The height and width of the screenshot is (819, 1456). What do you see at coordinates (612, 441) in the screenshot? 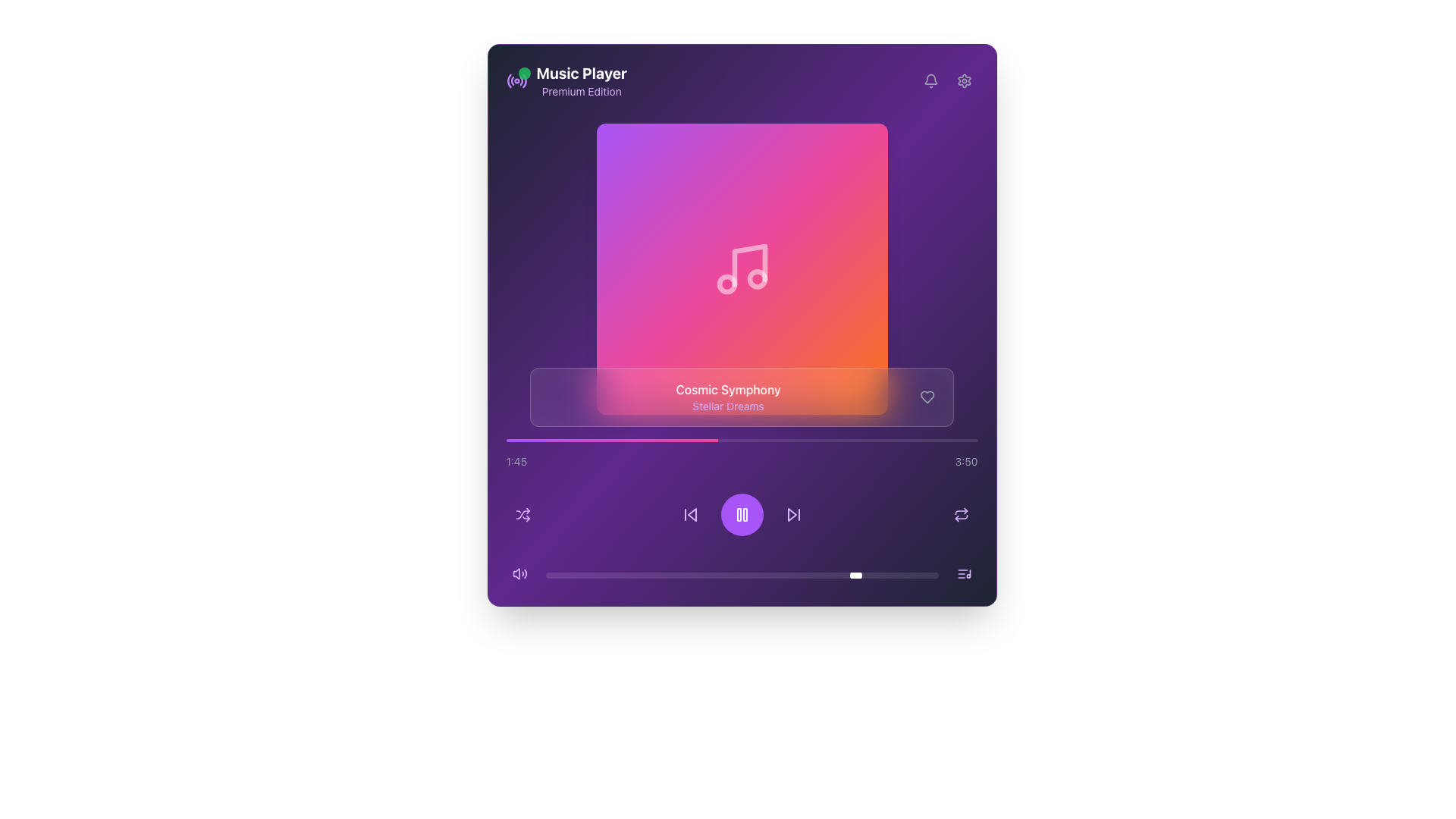
I see `the Progress indicator that visually represents the progress of an ongoing task, located at the lower third of the interface layout` at bounding box center [612, 441].